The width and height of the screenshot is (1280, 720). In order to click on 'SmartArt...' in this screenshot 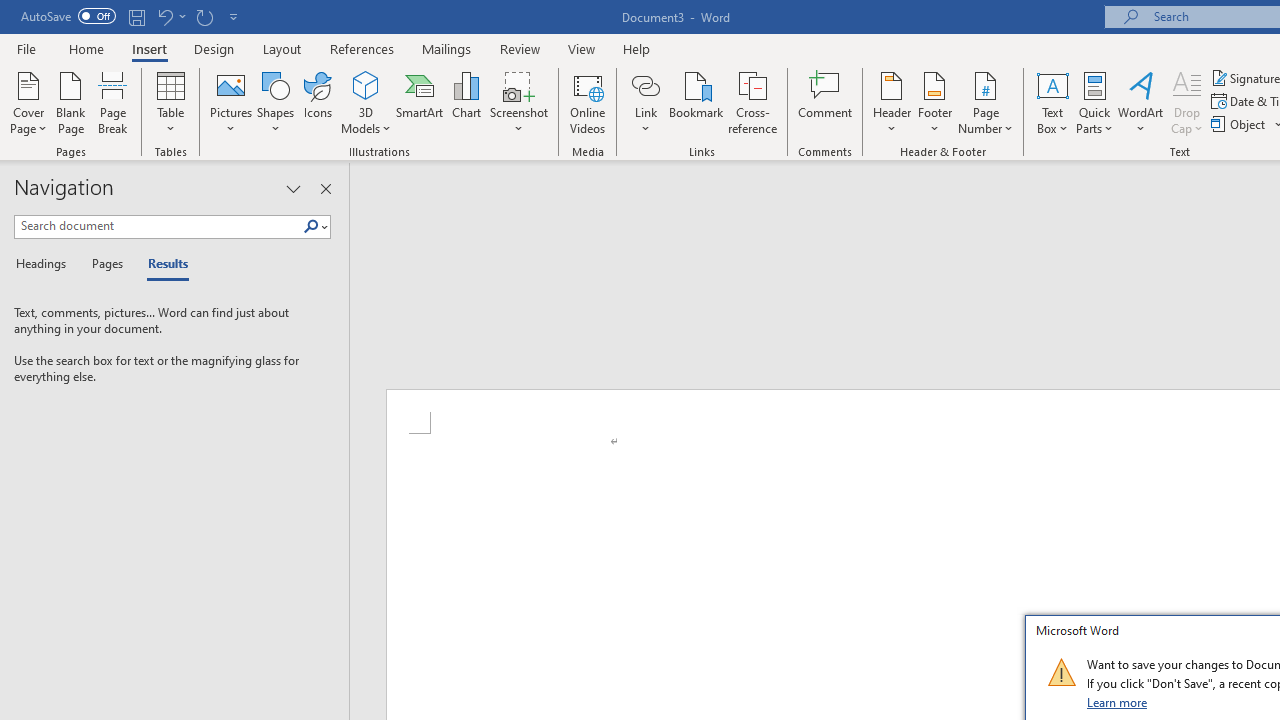, I will do `click(418, 103)`.